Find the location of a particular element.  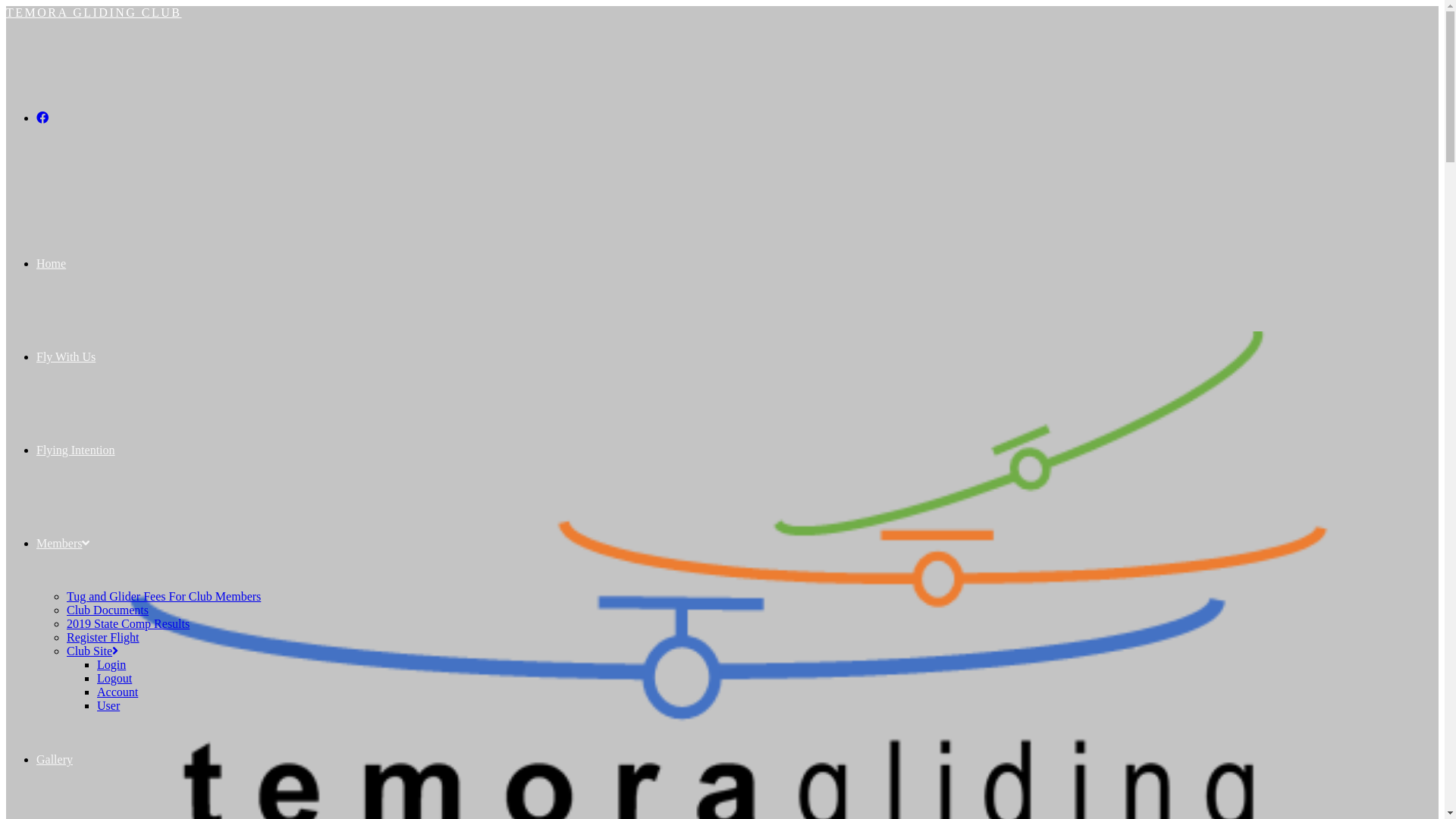

'Club Site' is located at coordinates (91, 650).